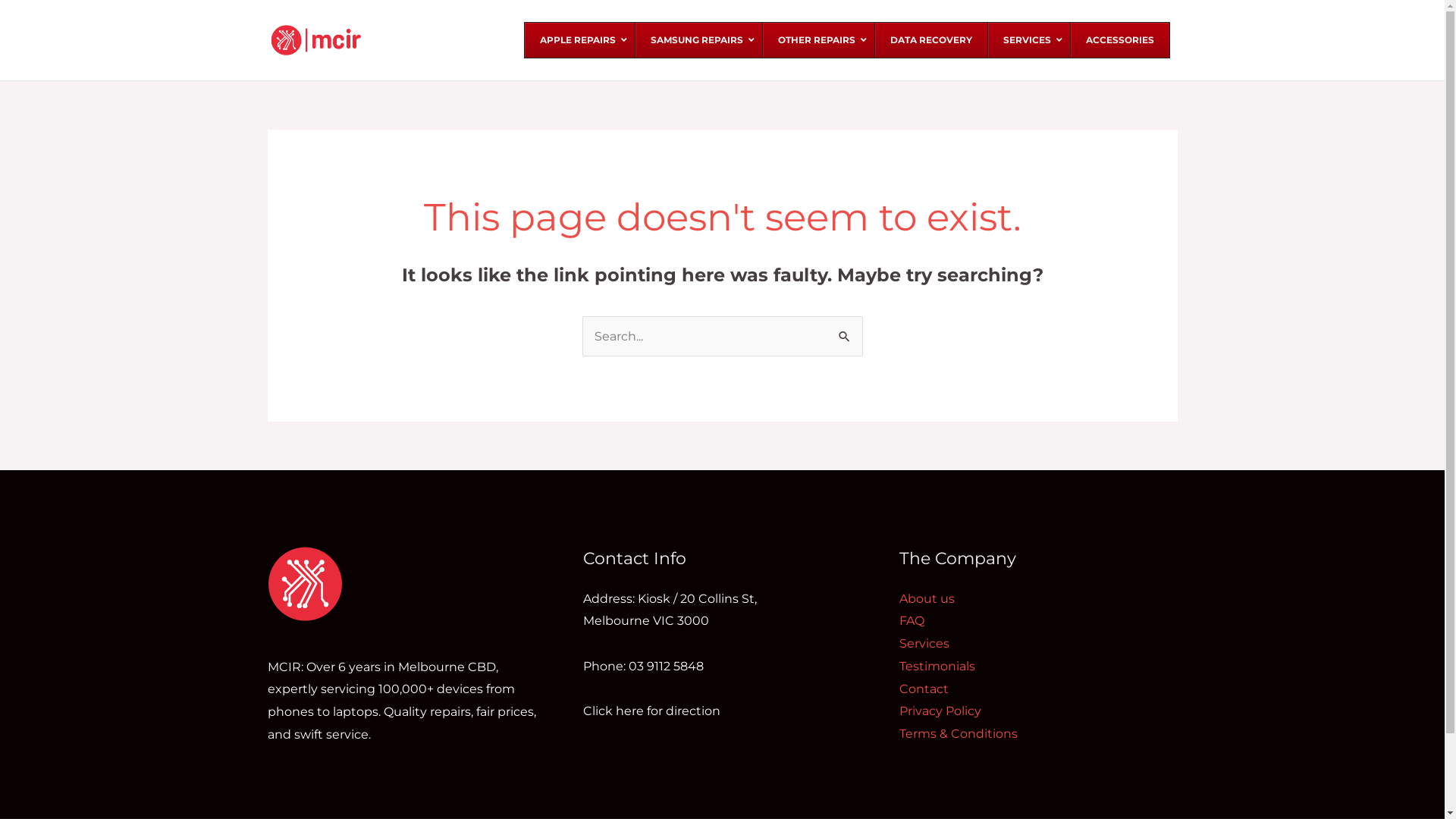 This screenshot has width=1456, height=819. Describe the element at coordinates (1028, 39) in the screenshot. I see `'SERVICES'` at that location.